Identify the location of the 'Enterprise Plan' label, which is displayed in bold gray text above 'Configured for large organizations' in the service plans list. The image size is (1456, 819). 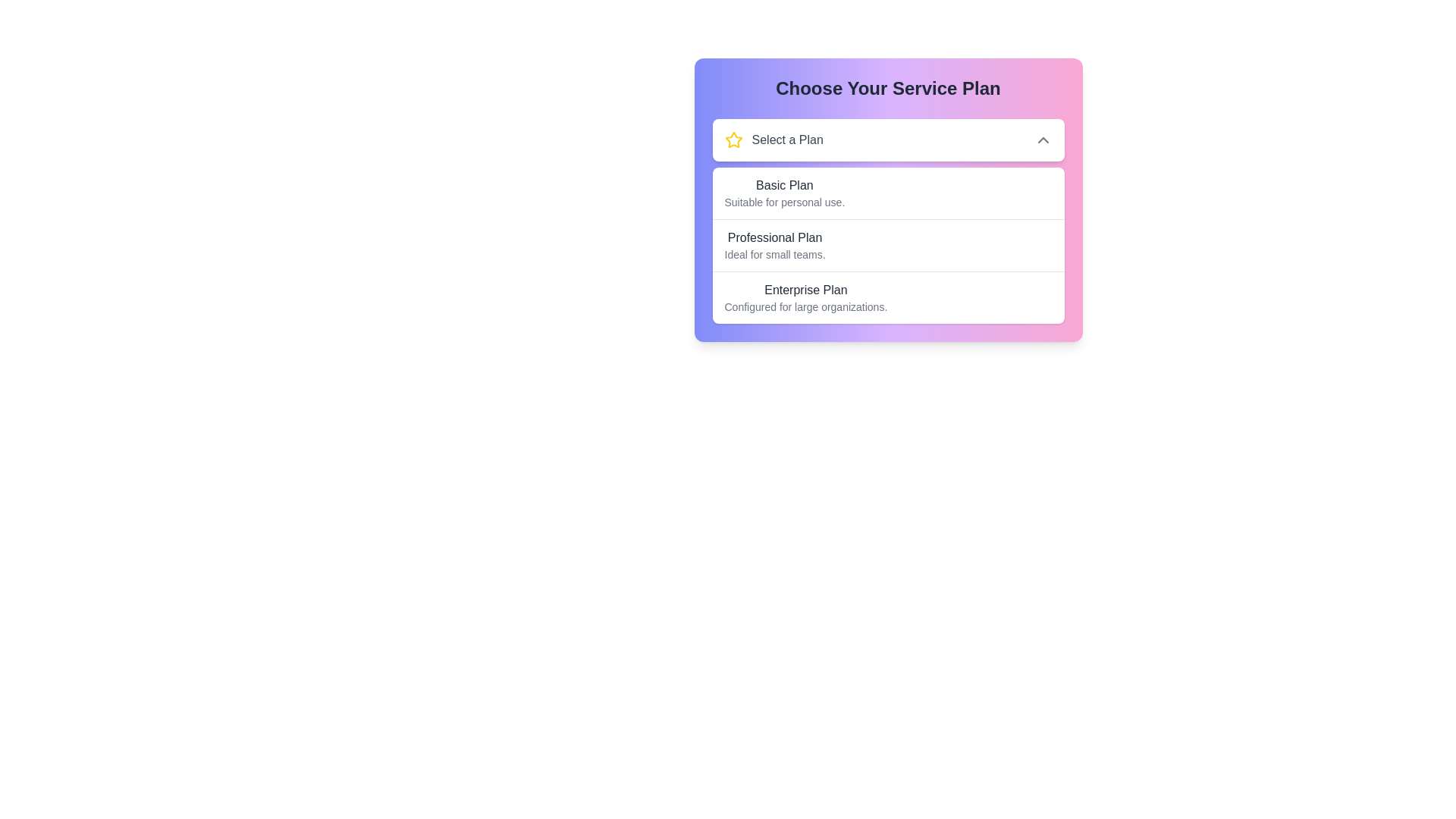
(805, 290).